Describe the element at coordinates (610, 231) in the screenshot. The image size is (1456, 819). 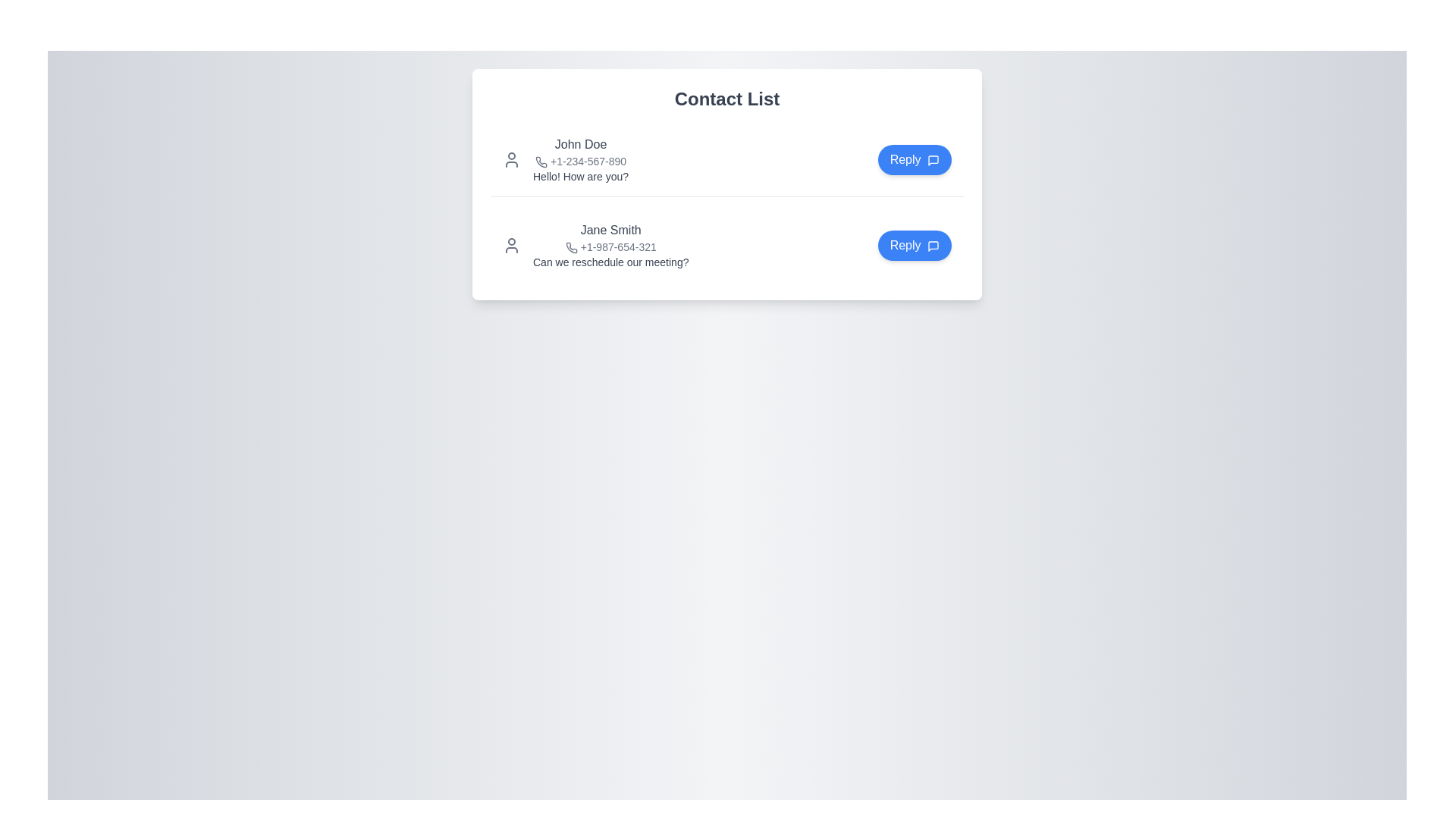
I see `the text label displaying the name of the contact in the second entry of the contact list, positioned above the phone number and message content, and aligned to the left of the 'Reply' button` at that location.